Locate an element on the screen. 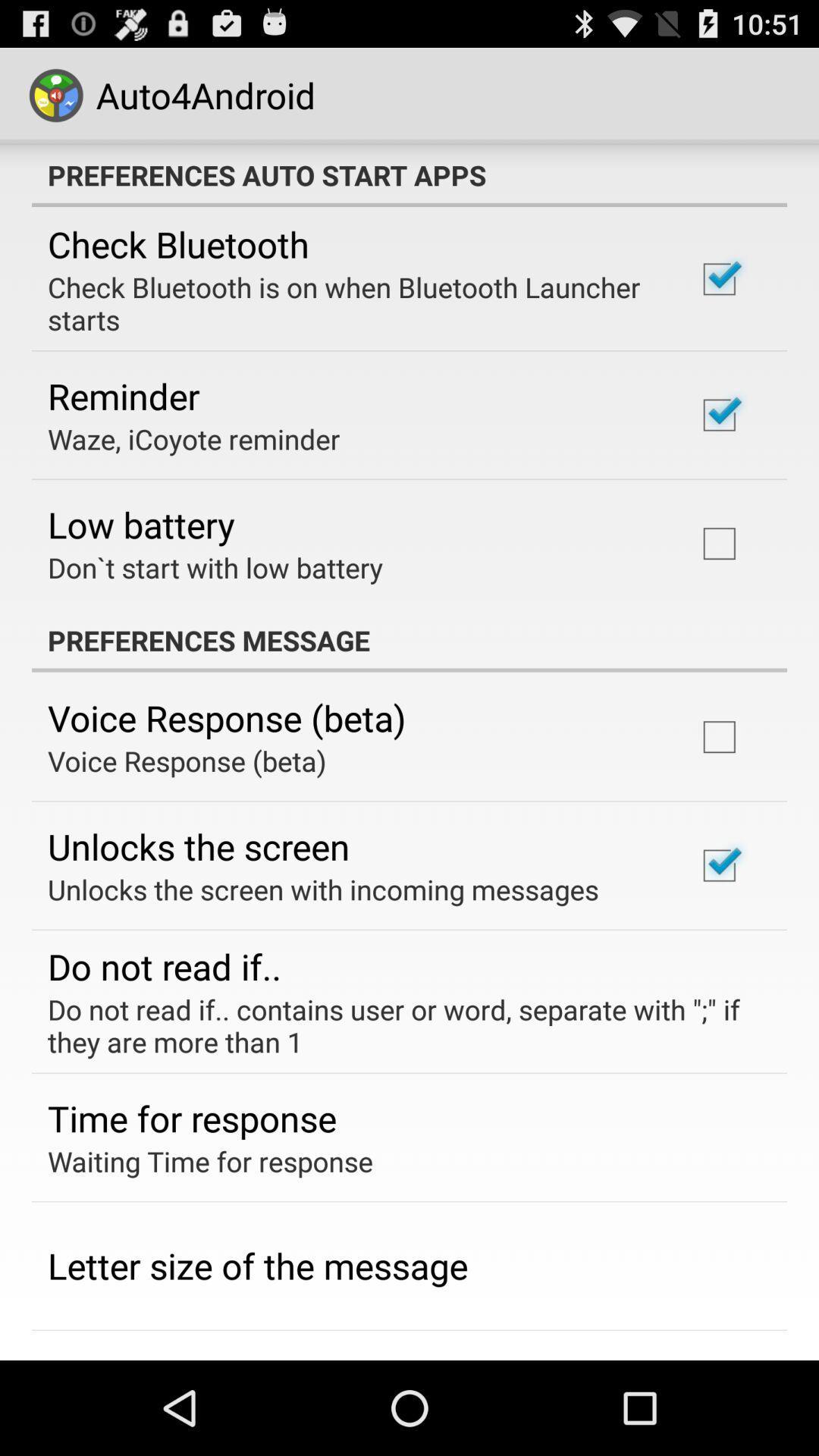  the don t start item is located at coordinates (215, 566).